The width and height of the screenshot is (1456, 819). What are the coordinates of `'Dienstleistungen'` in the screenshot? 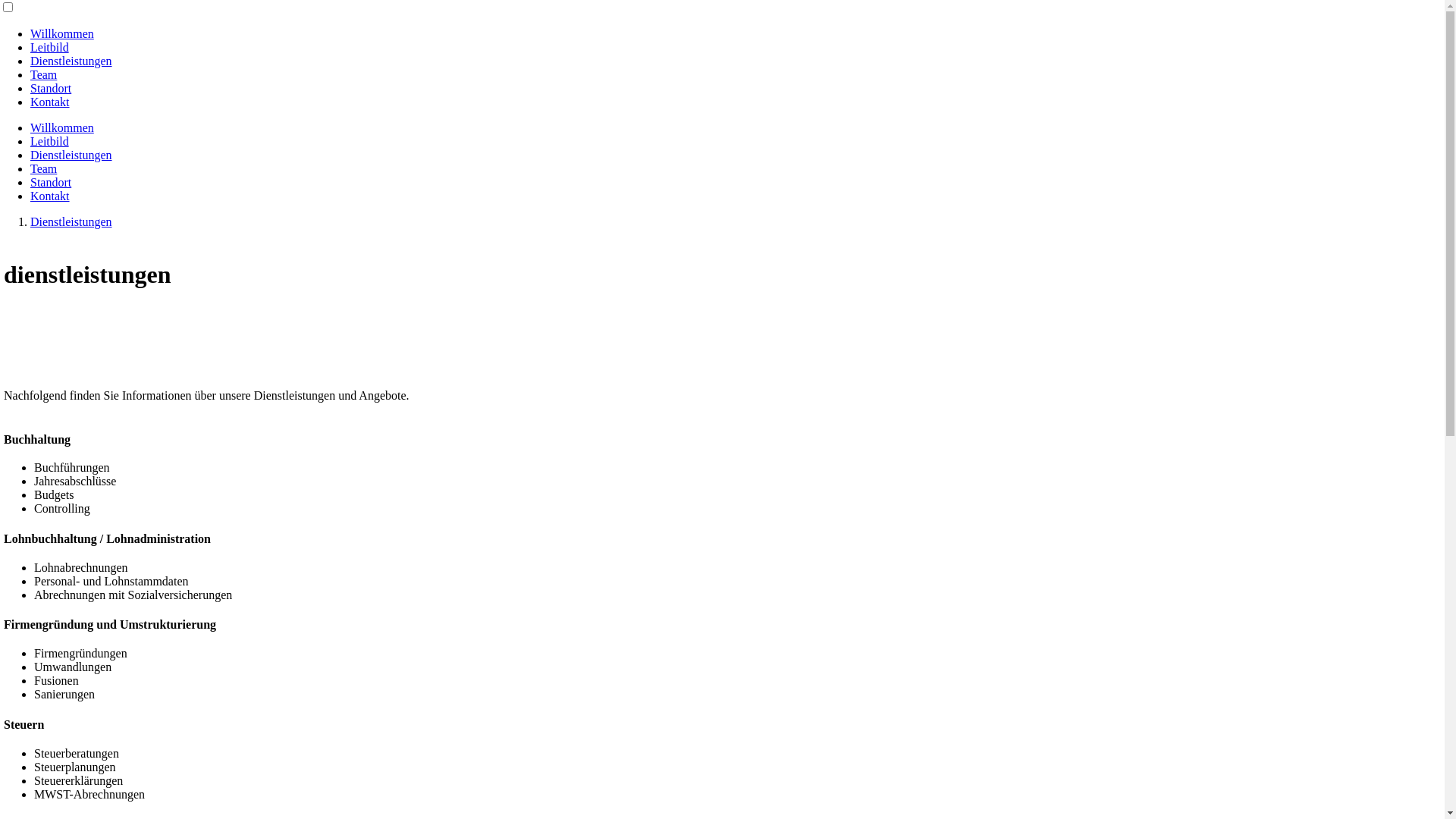 It's located at (71, 60).